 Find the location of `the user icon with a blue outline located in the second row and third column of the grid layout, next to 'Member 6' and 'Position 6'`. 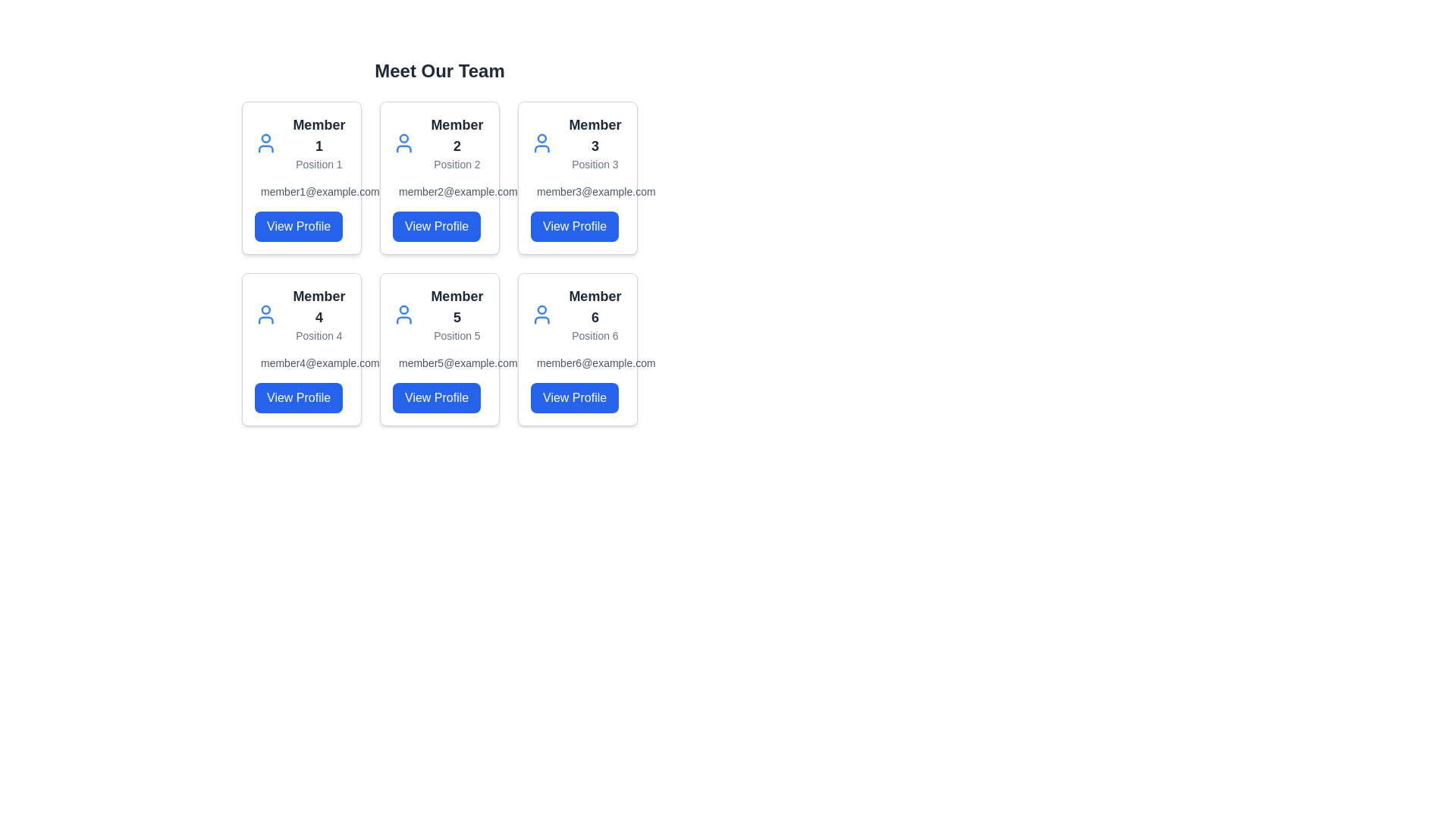

the user icon with a blue outline located in the second row and third column of the grid layout, next to 'Member 6' and 'Position 6' is located at coordinates (541, 314).